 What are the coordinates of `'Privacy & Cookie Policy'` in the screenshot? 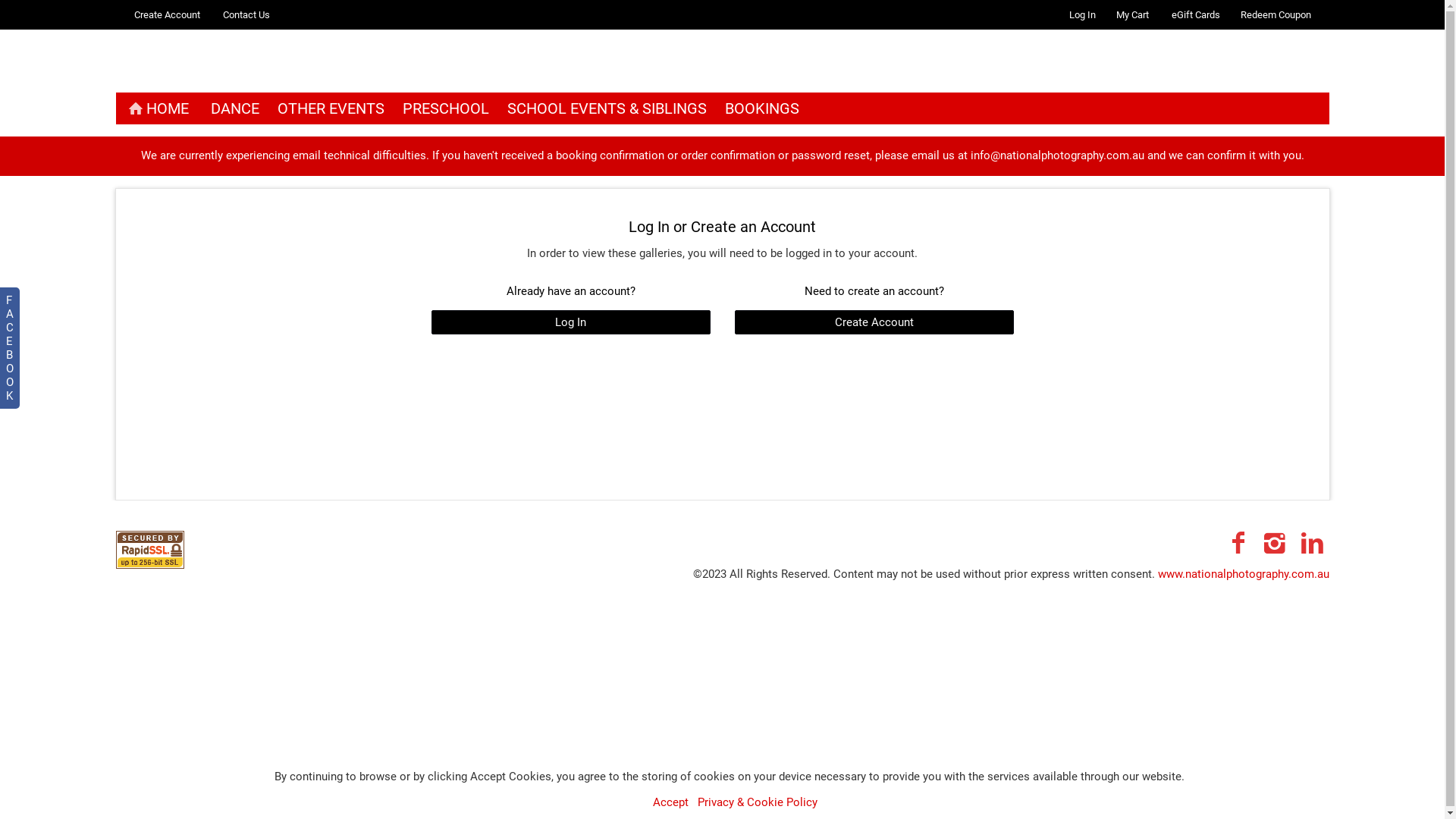 It's located at (757, 801).